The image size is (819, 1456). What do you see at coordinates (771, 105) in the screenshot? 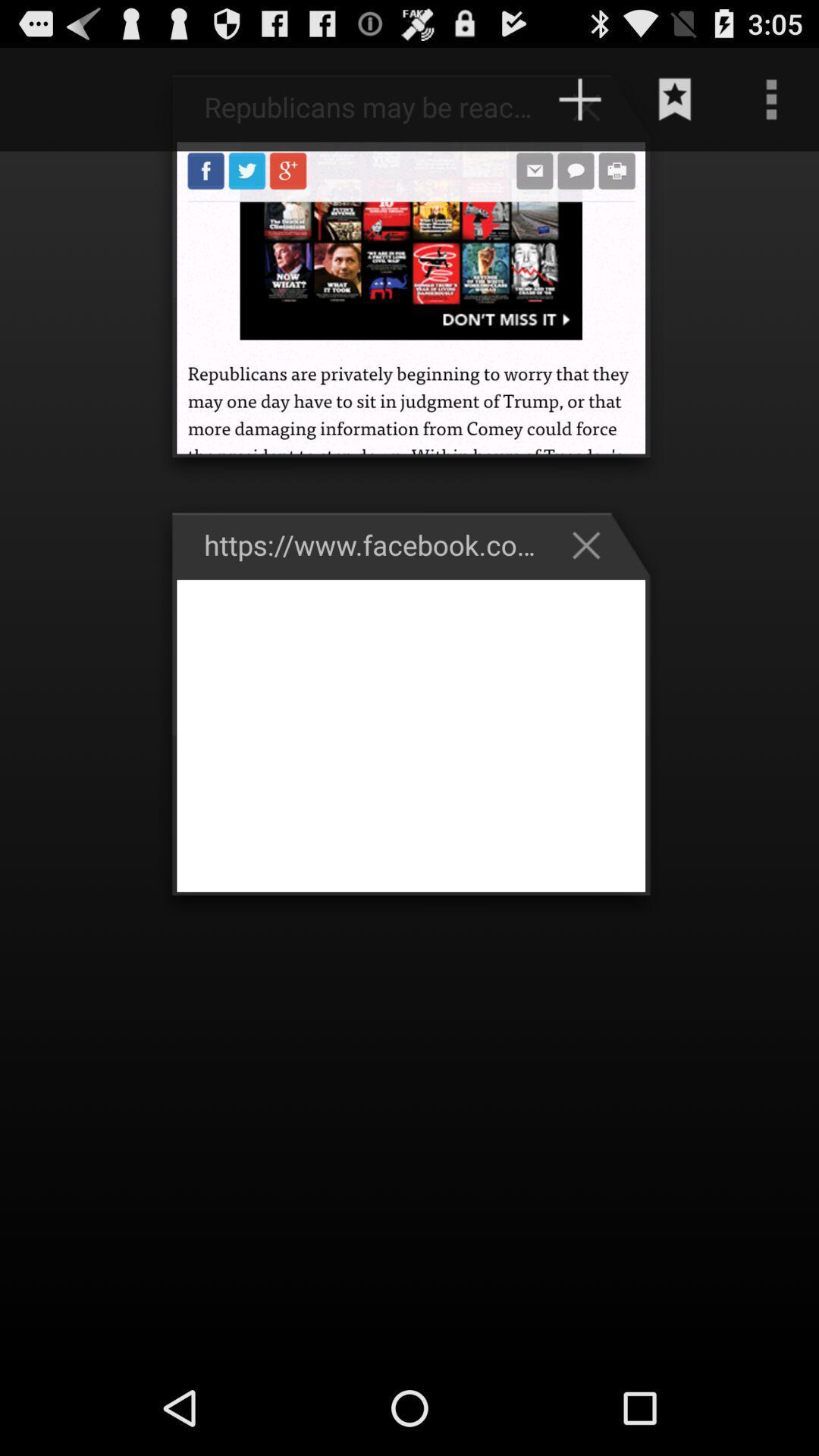
I see `the more icon` at bounding box center [771, 105].